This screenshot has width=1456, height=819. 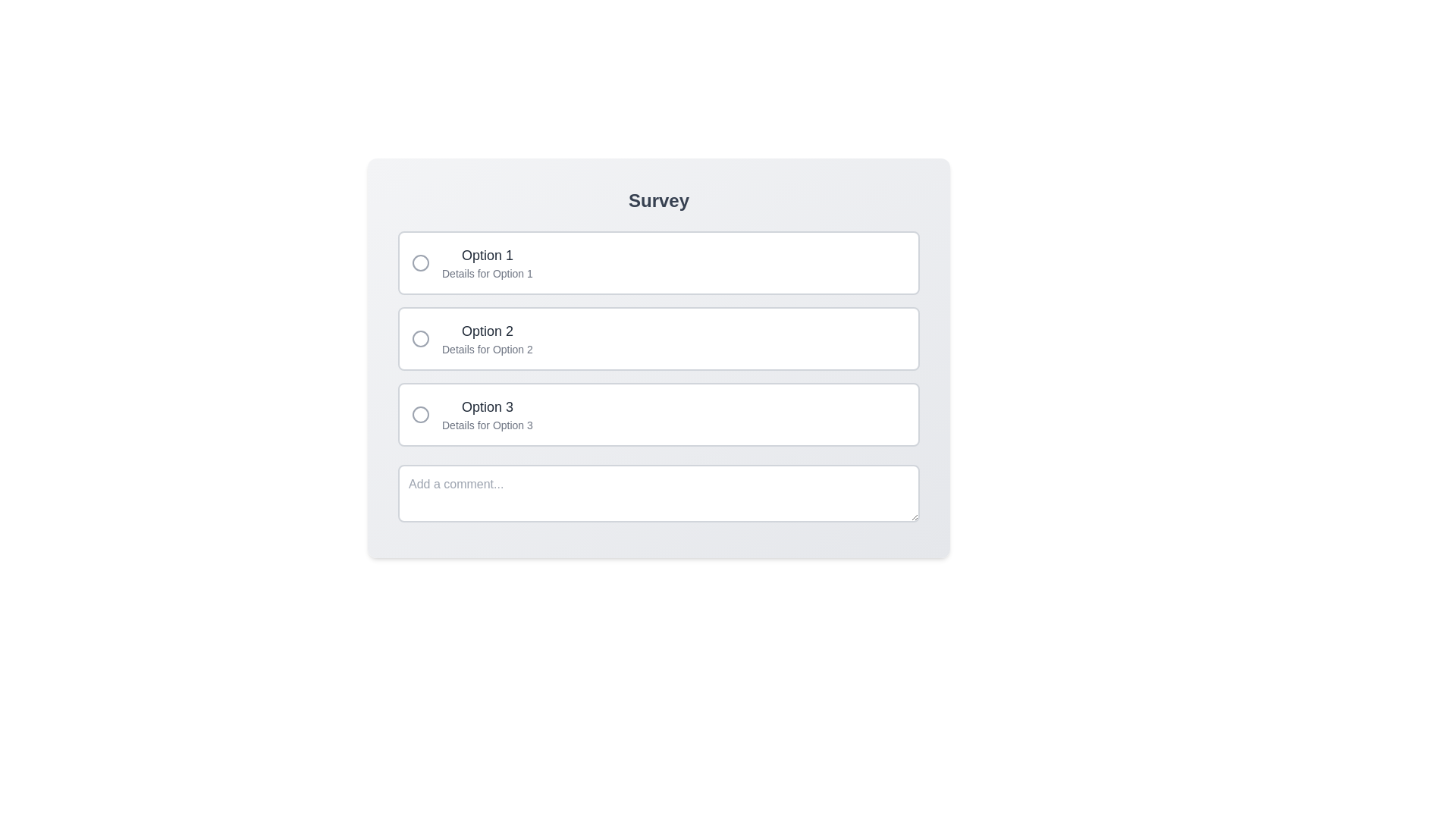 What do you see at coordinates (421, 338) in the screenshot?
I see `the second radio button labeled 'Option 2' in the survey form` at bounding box center [421, 338].